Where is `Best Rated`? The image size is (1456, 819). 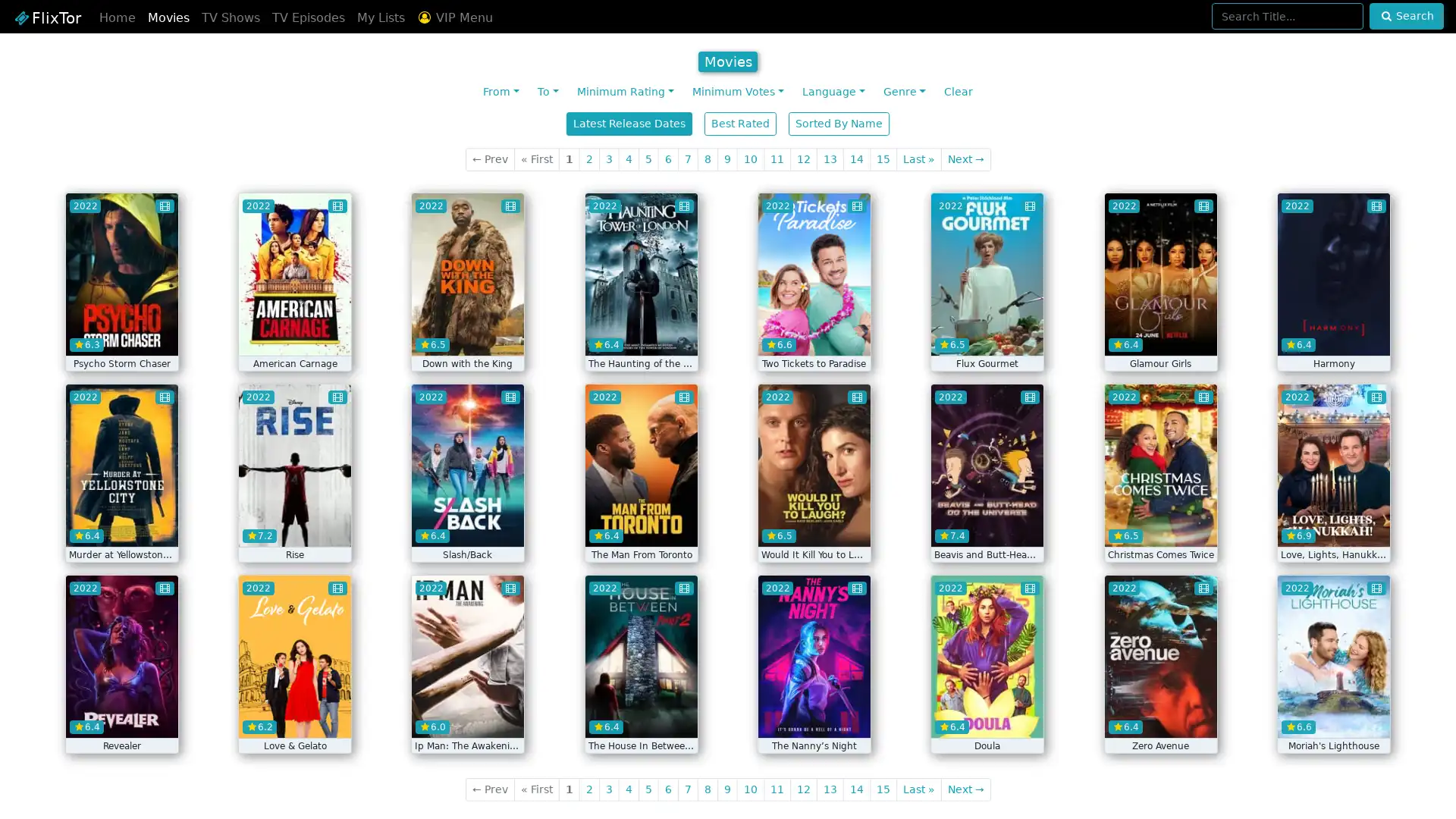
Best Rated is located at coordinates (740, 123).